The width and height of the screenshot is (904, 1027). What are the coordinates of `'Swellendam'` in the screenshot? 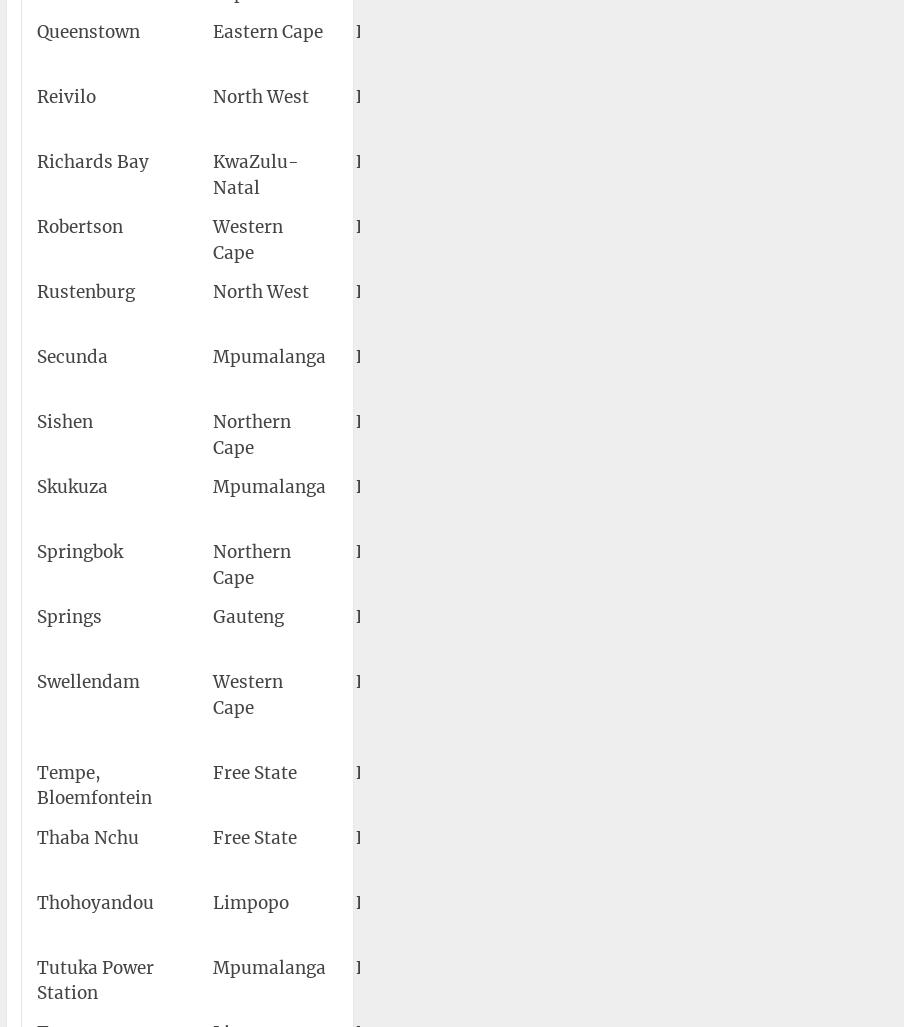 It's located at (35, 681).